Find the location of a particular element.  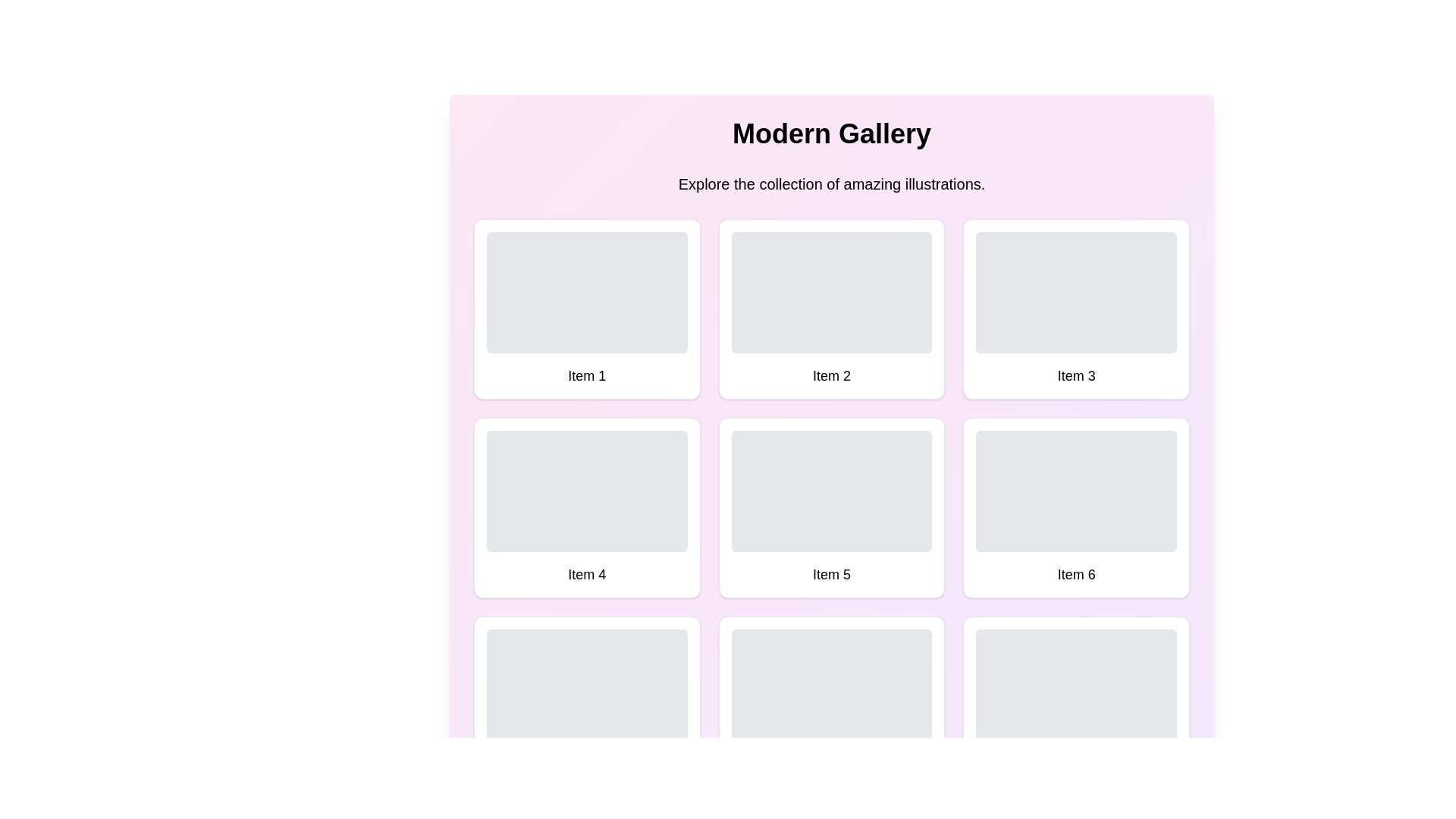

text of the static header element 'Modern Gallery', which is a centered heading styled in a large bold font against a light pink gradient background is located at coordinates (831, 133).